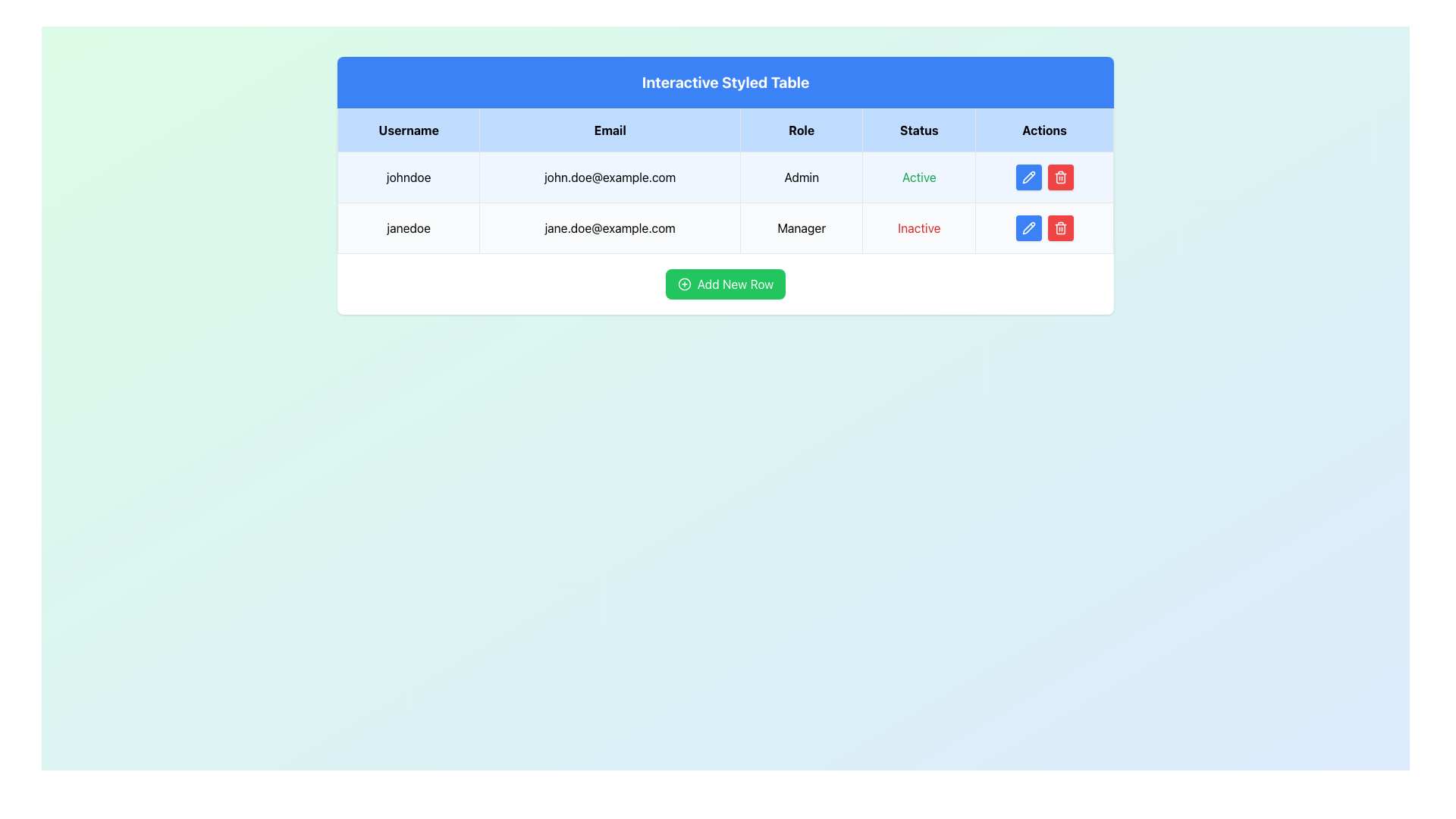 The image size is (1456, 819). What do you see at coordinates (724, 284) in the screenshot?
I see `the green 'Add New Row' button with a circular plus sign icon` at bounding box center [724, 284].